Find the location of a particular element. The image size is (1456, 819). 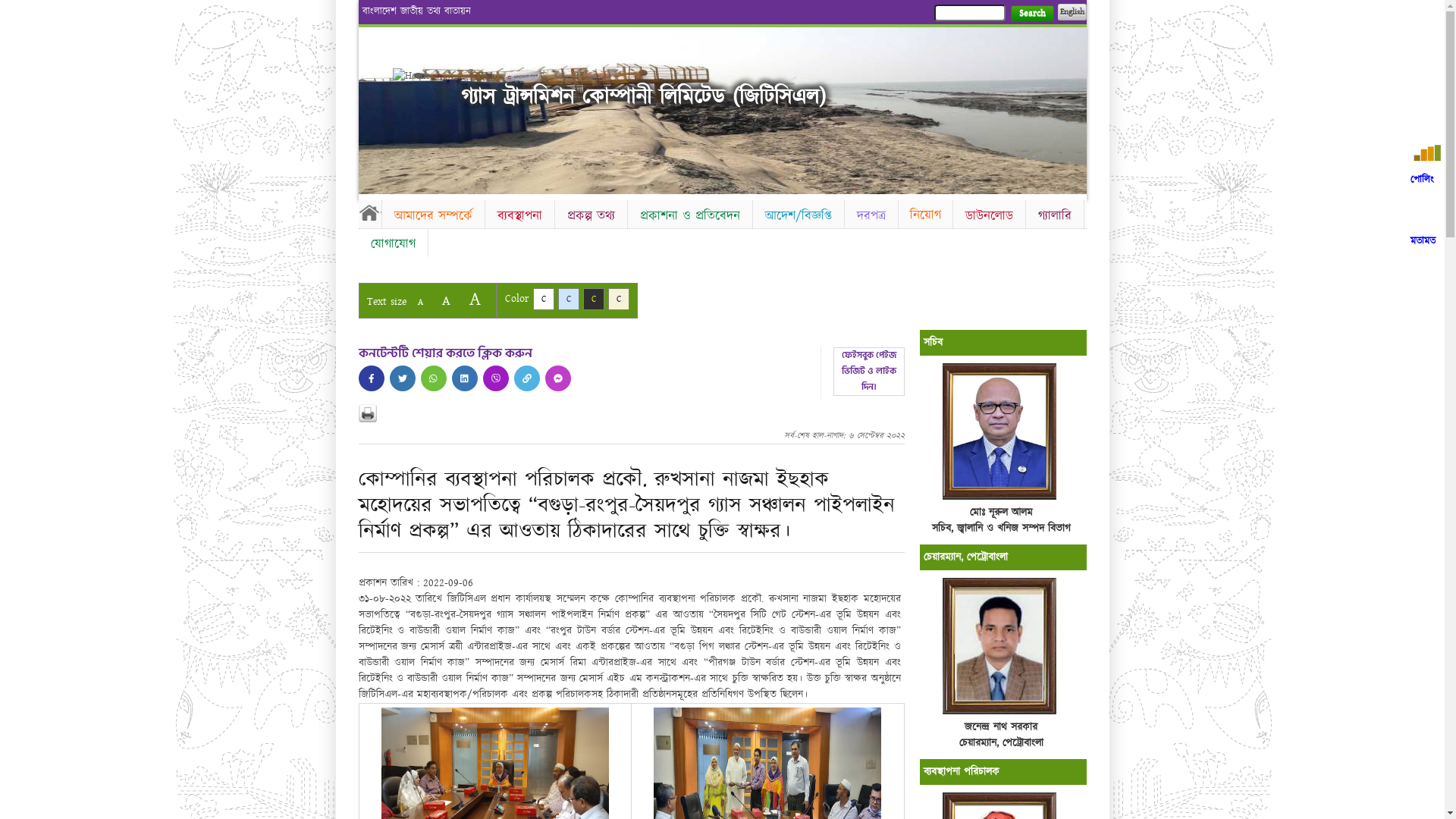

'C' is located at coordinates (567, 299).